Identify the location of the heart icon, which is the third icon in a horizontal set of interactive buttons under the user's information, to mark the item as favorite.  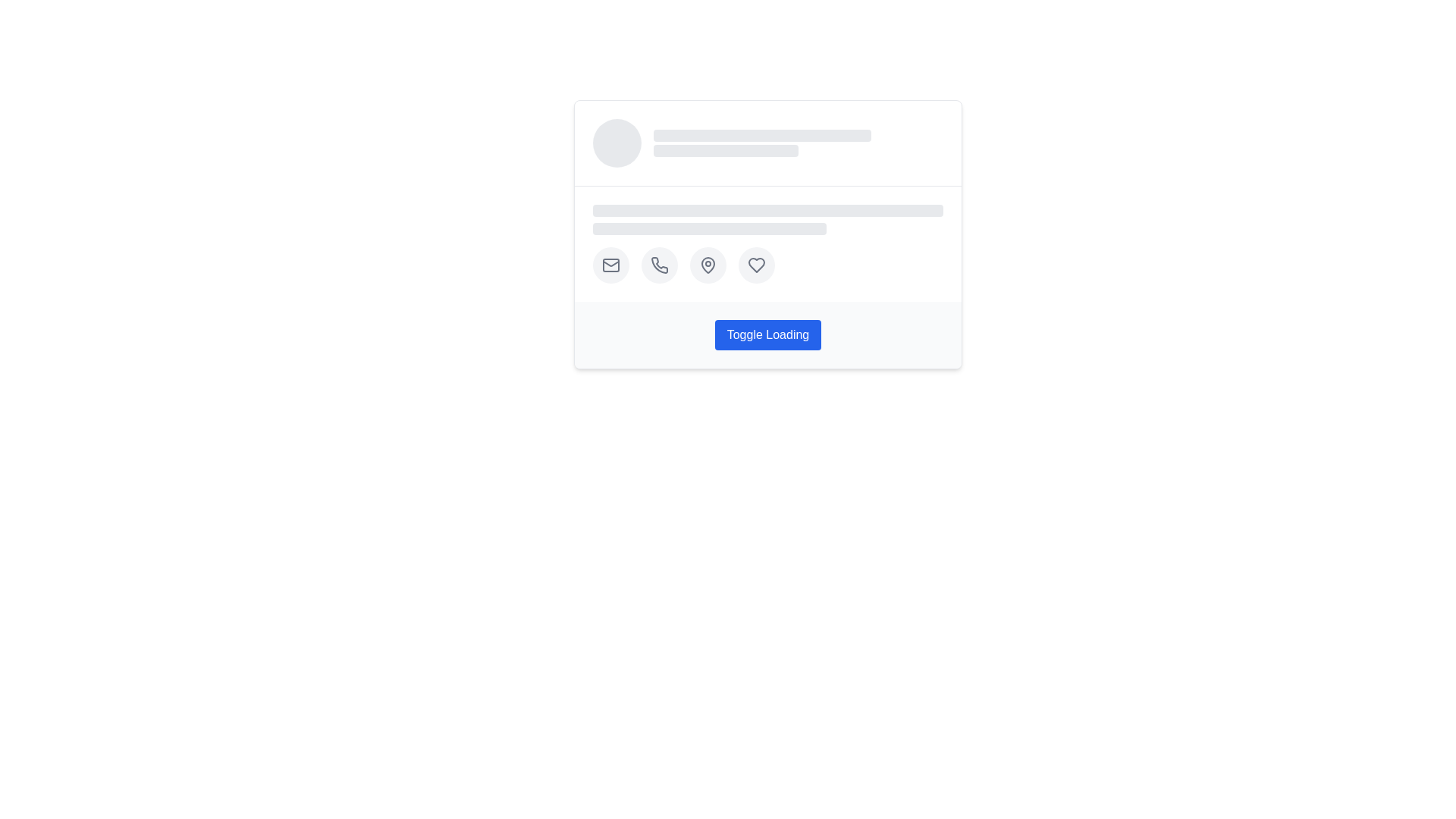
(757, 265).